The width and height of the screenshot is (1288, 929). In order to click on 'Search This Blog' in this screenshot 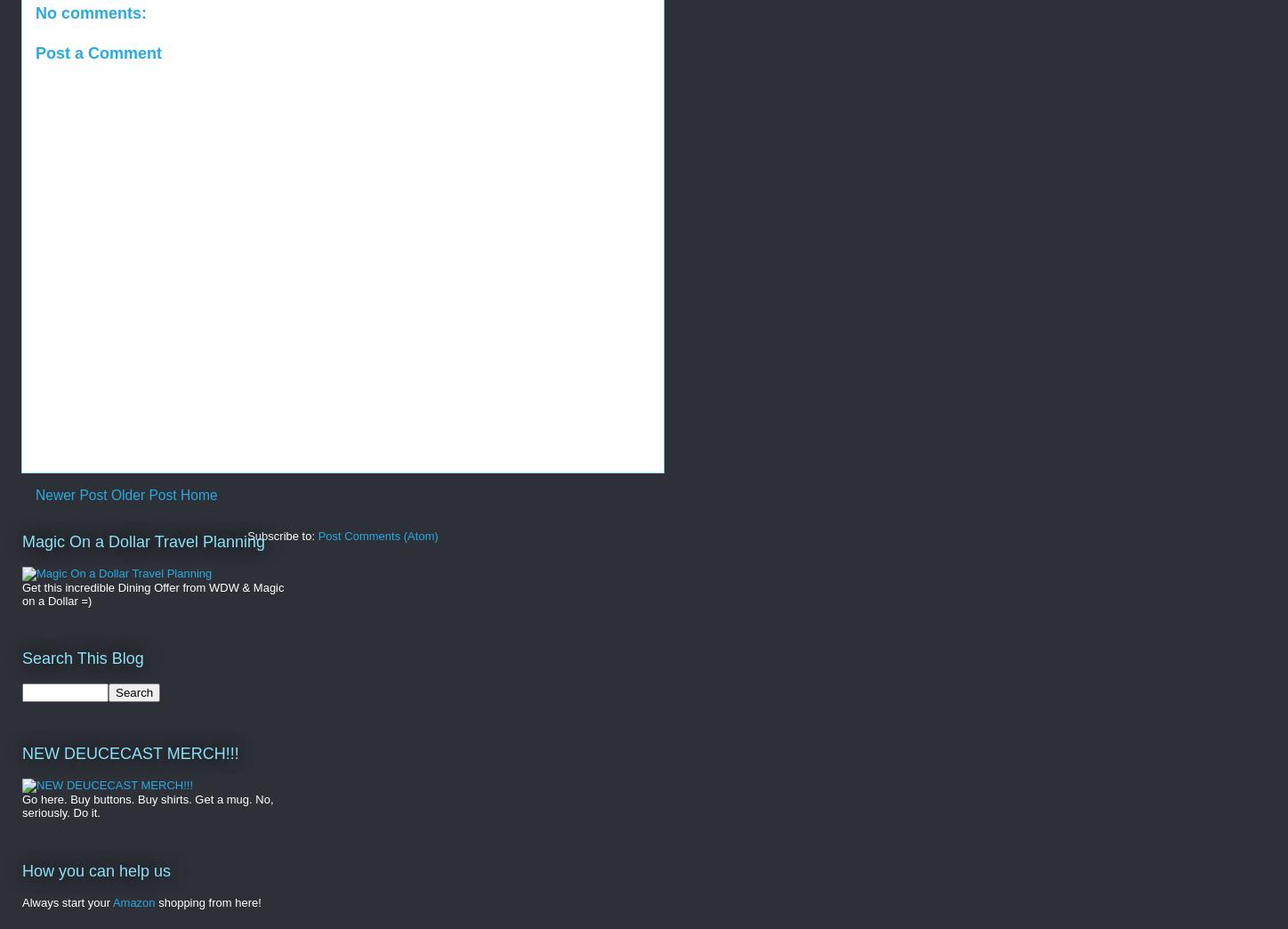, I will do `click(81, 658)`.